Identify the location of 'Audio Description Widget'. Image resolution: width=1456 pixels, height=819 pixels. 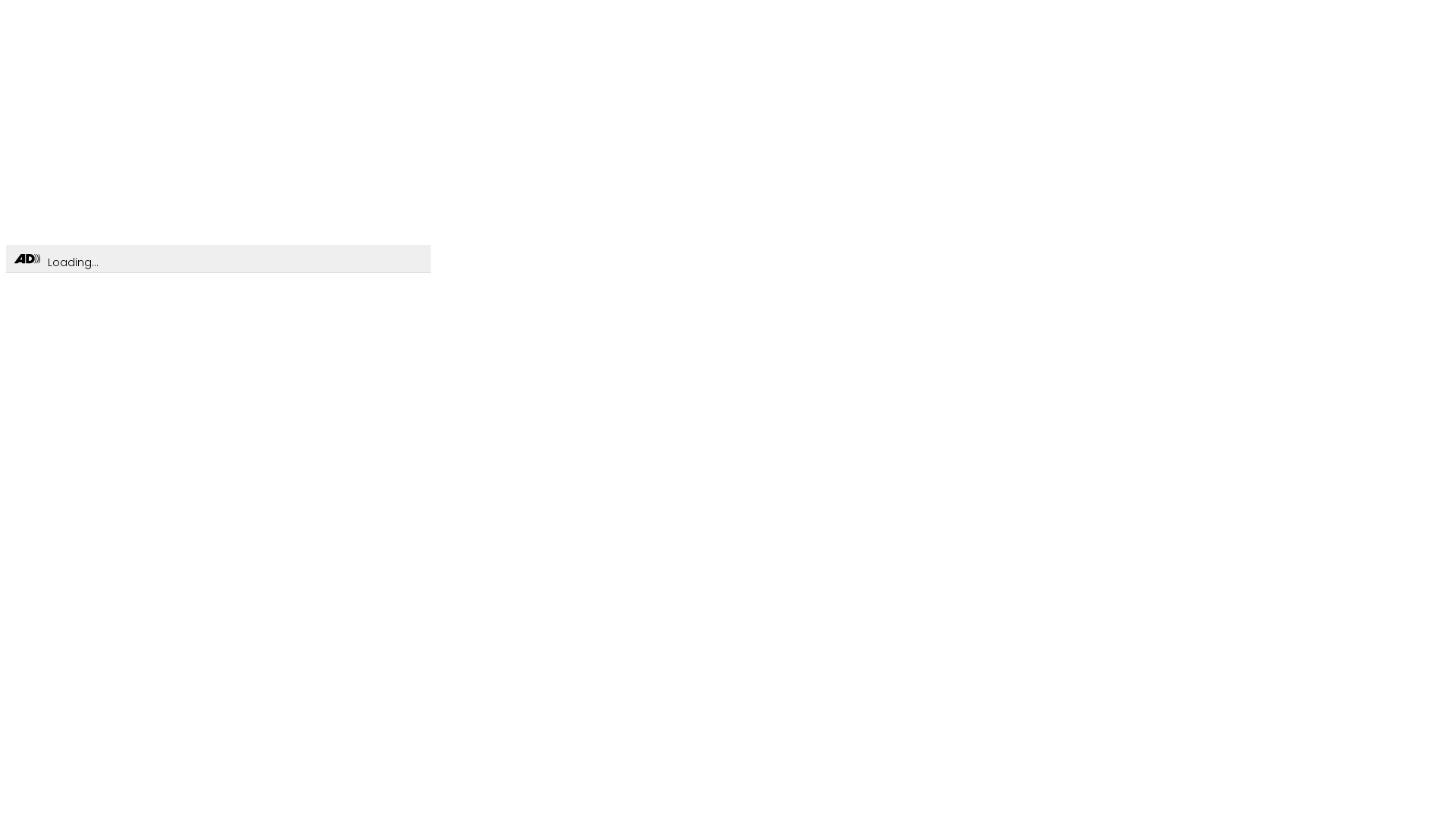
(27, 259).